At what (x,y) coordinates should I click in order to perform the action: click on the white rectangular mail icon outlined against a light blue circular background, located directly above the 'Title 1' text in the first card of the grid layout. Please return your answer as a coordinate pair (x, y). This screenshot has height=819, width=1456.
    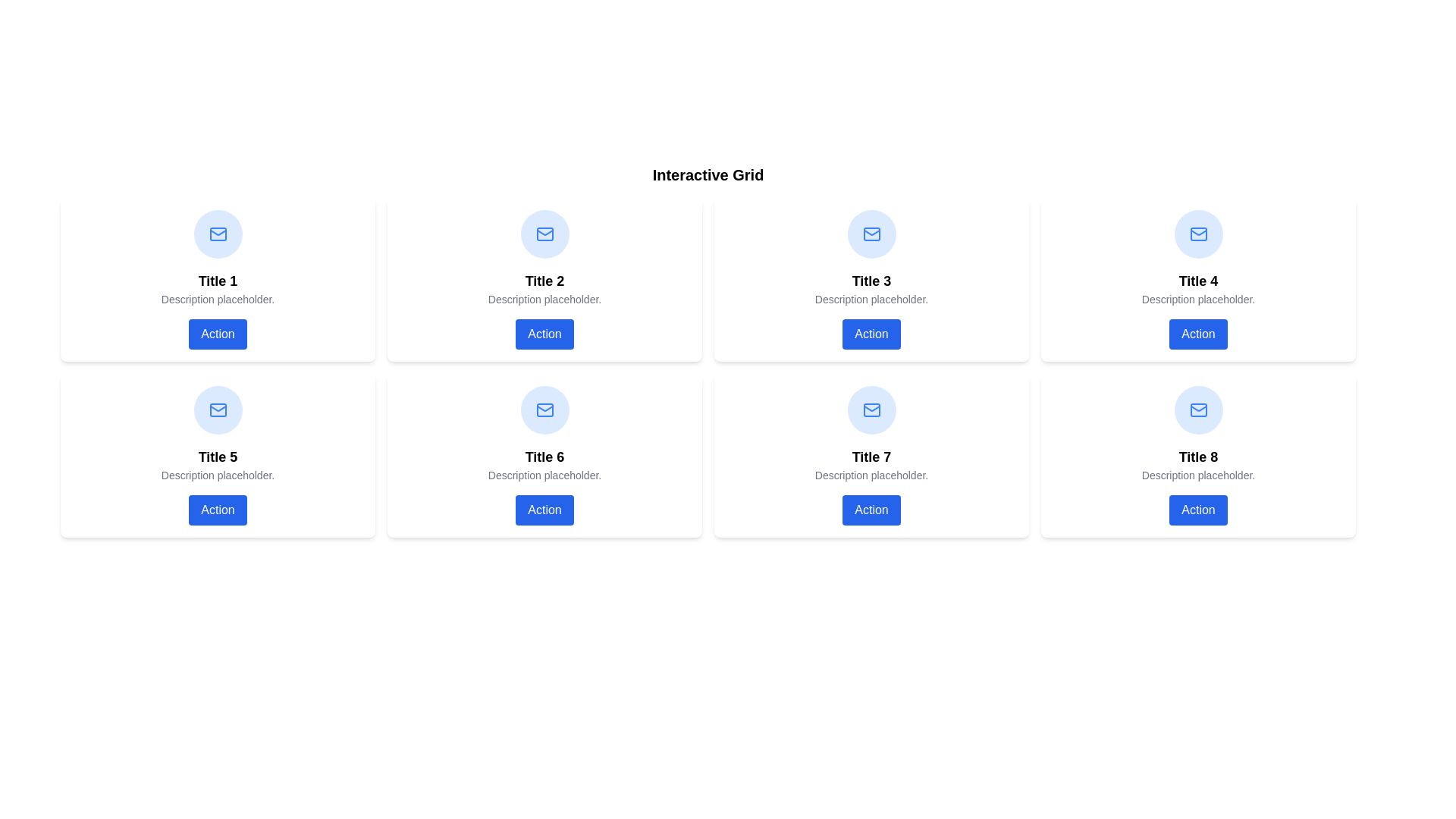
    Looking at the image, I should click on (217, 234).